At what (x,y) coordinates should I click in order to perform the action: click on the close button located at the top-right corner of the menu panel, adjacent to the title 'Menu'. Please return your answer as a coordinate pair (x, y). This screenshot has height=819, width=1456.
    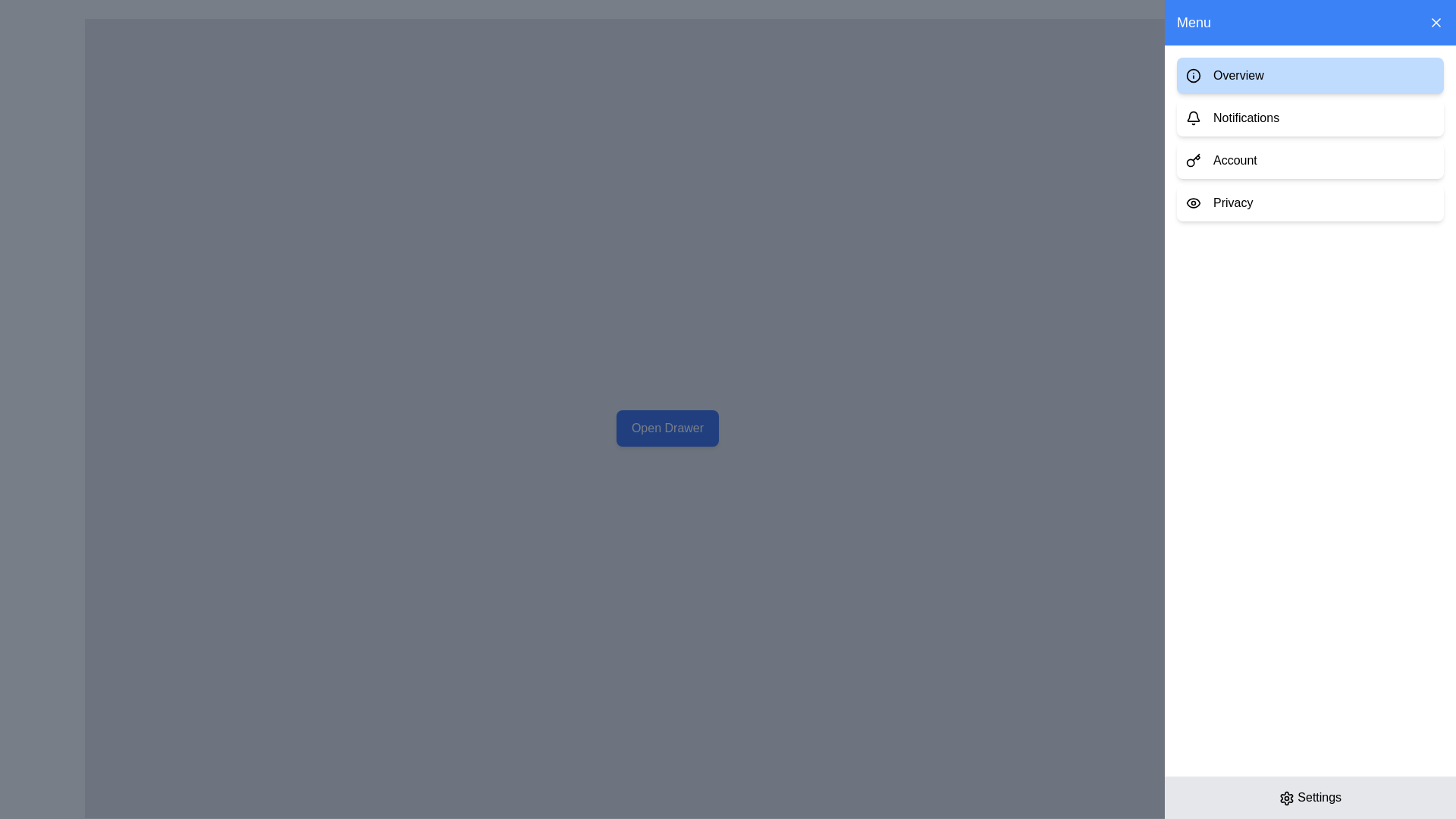
    Looking at the image, I should click on (1436, 23).